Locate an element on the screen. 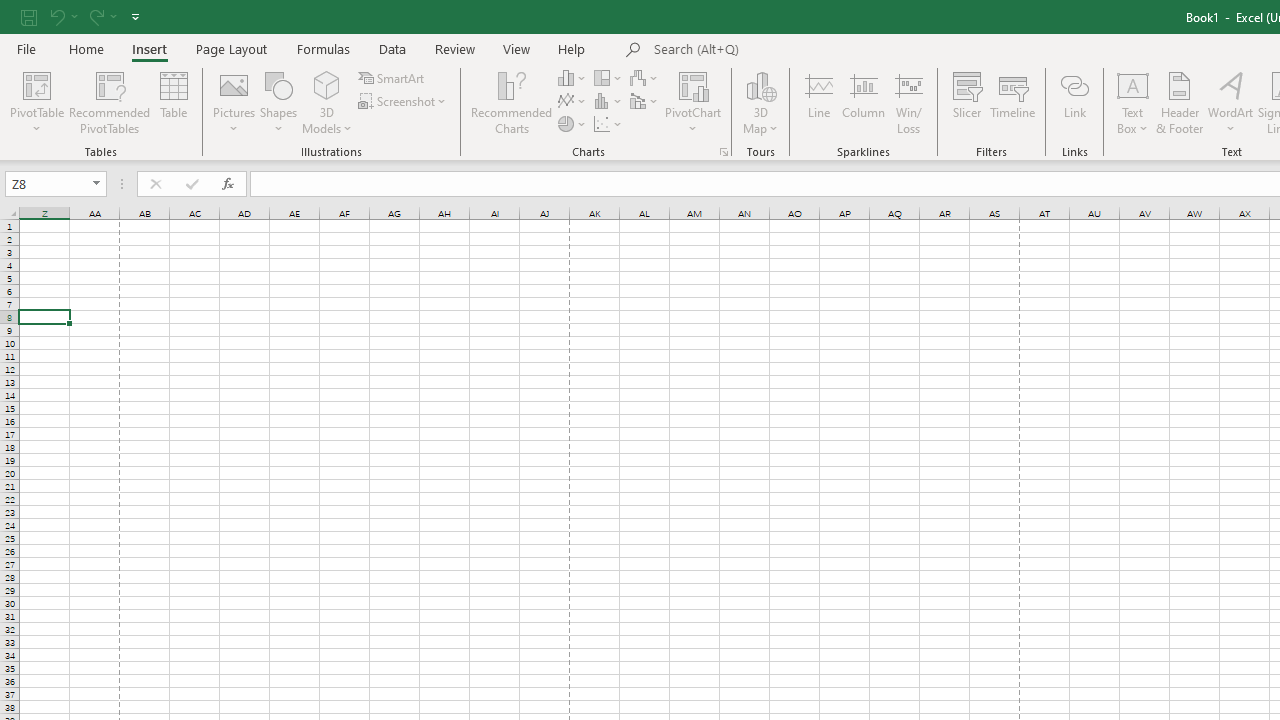 This screenshot has width=1280, height=720. 'Insert Pie or Doughnut Chart' is located at coordinates (572, 124).